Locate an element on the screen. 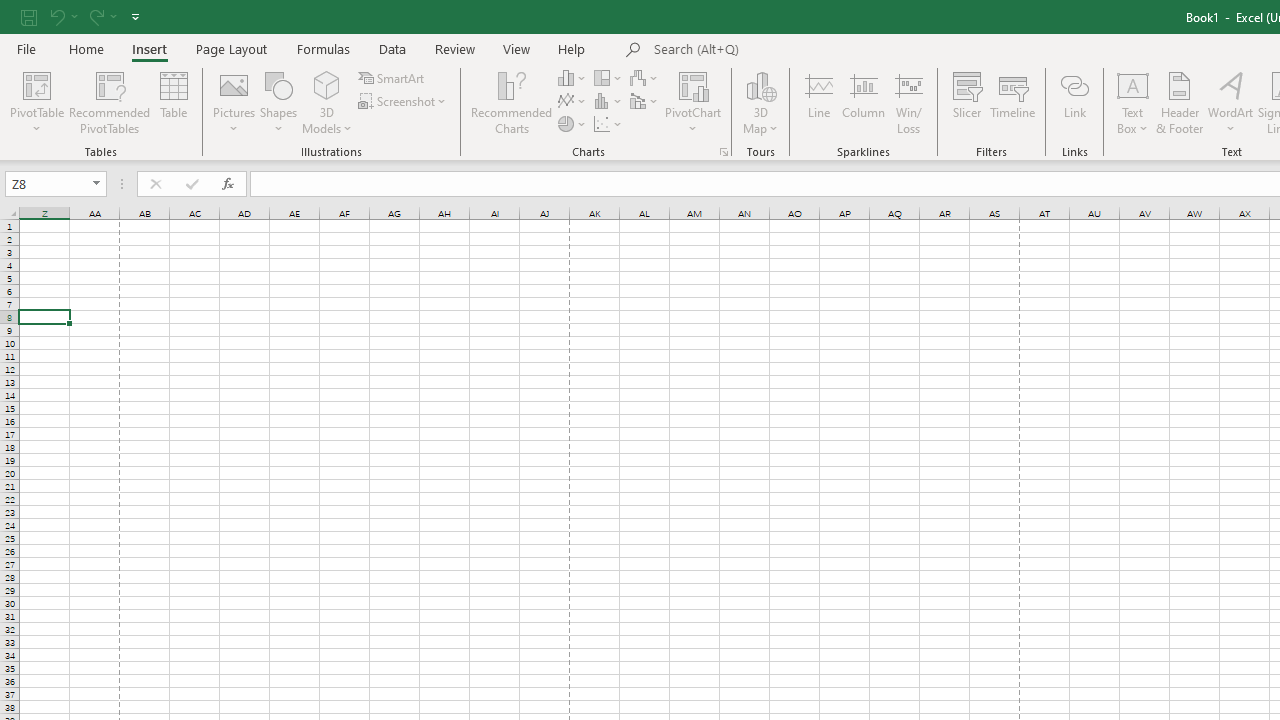 This screenshot has width=1280, height=720. 'Insert Pie or Doughnut Chart' is located at coordinates (572, 124).